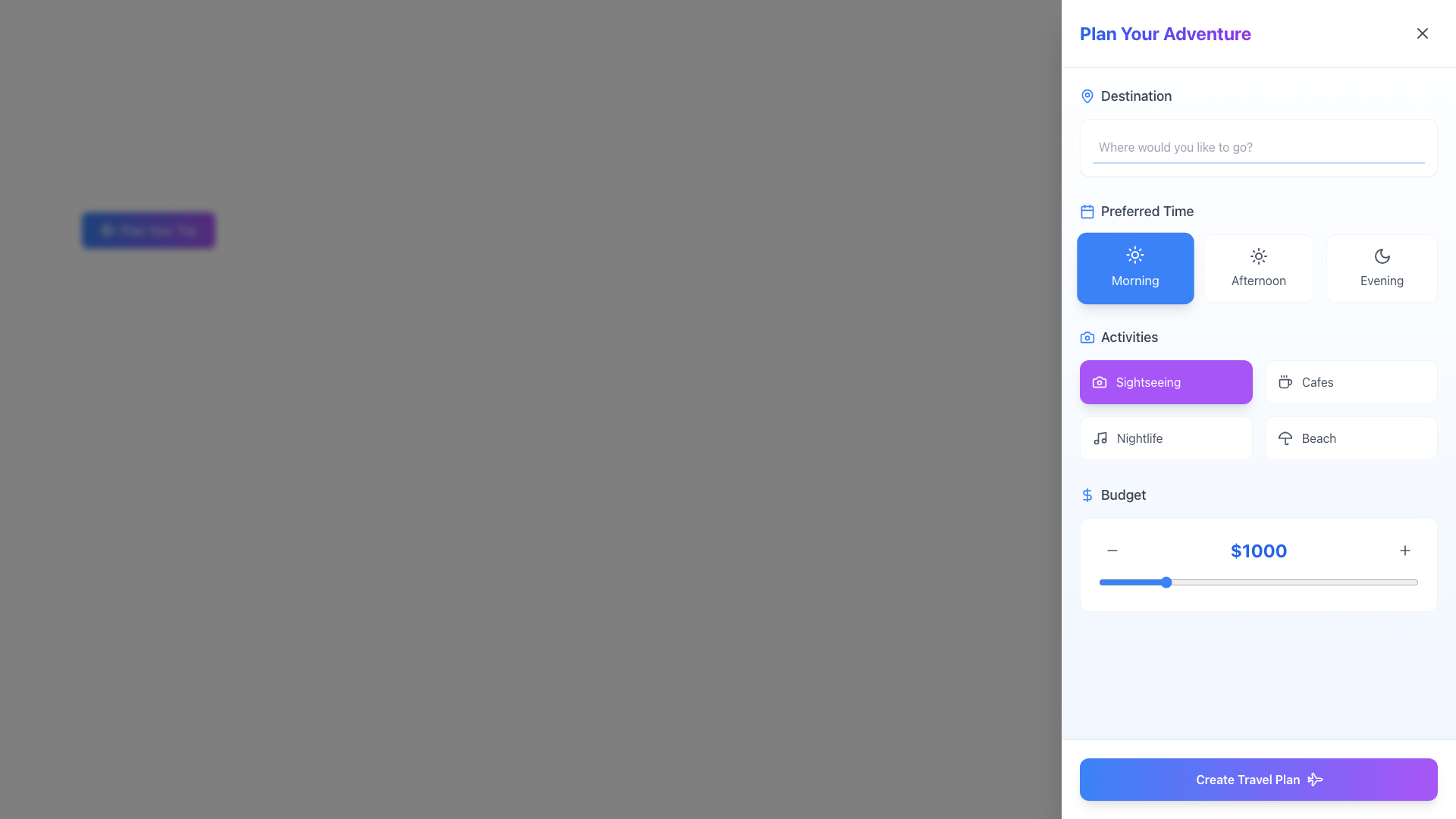 The height and width of the screenshot is (819, 1456). Describe the element at coordinates (1165, 381) in the screenshot. I see `the 'Sightseeing' button, which has a vibrant purple background and white text` at that location.